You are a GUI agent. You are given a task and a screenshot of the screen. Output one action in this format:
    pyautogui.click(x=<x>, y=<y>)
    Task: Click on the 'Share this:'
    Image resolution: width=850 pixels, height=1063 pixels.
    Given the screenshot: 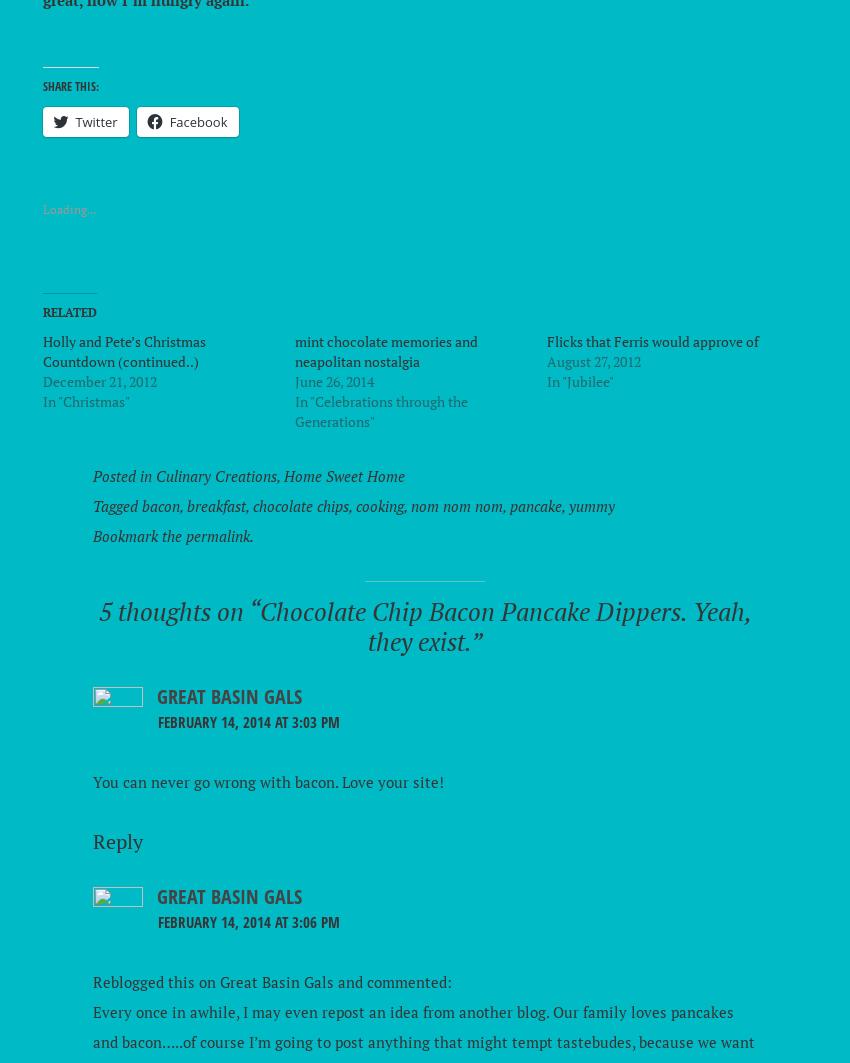 What is the action you would take?
    pyautogui.click(x=70, y=85)
    